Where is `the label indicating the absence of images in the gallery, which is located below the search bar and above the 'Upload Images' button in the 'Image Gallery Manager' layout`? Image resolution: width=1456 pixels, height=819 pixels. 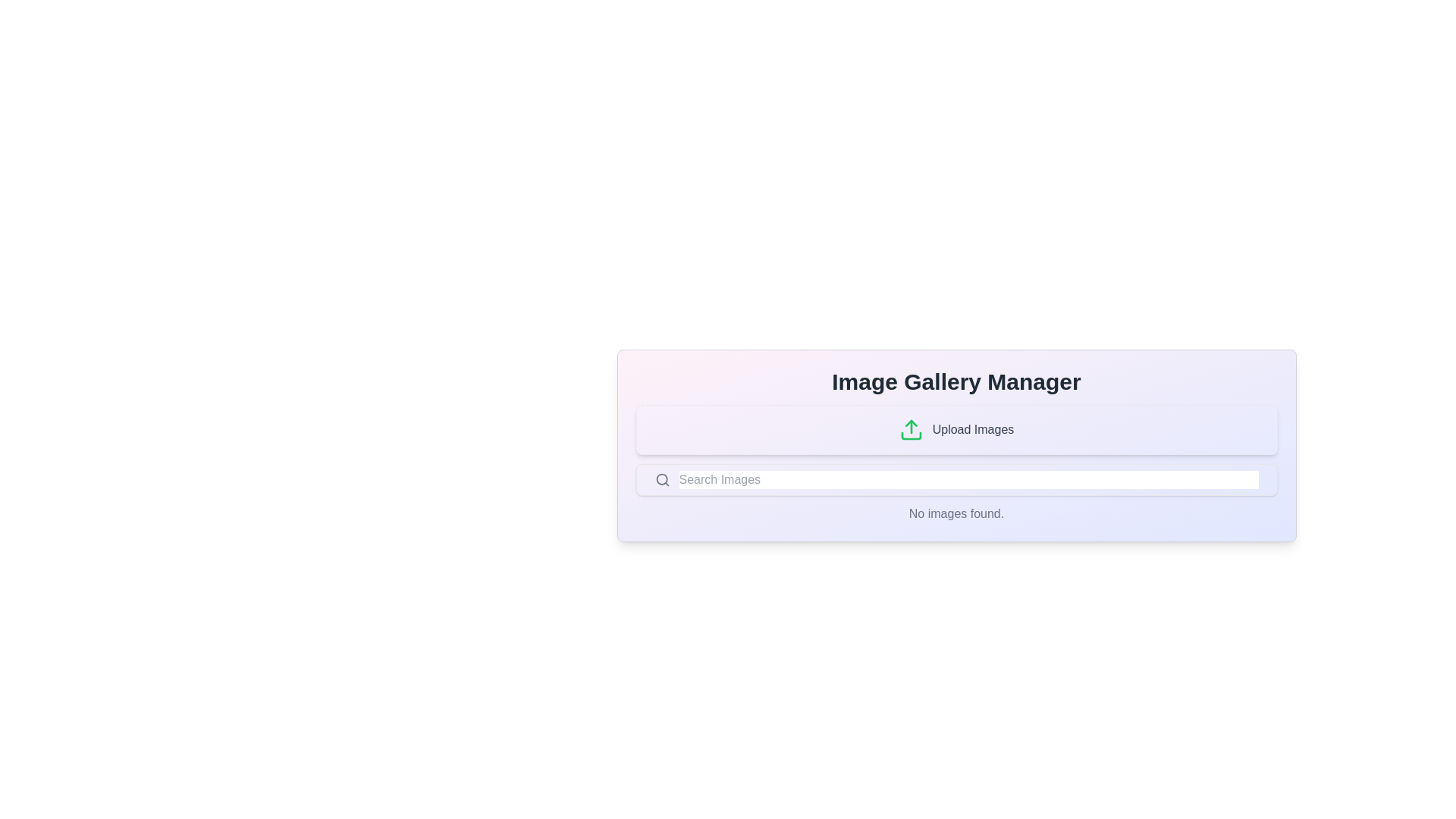
the label indicating the absence of images in the gallery, which is located below the search bar and above the 'Upload Images' button in the 'Image Gallery Manager' layout is located at coordinates (955, 513).